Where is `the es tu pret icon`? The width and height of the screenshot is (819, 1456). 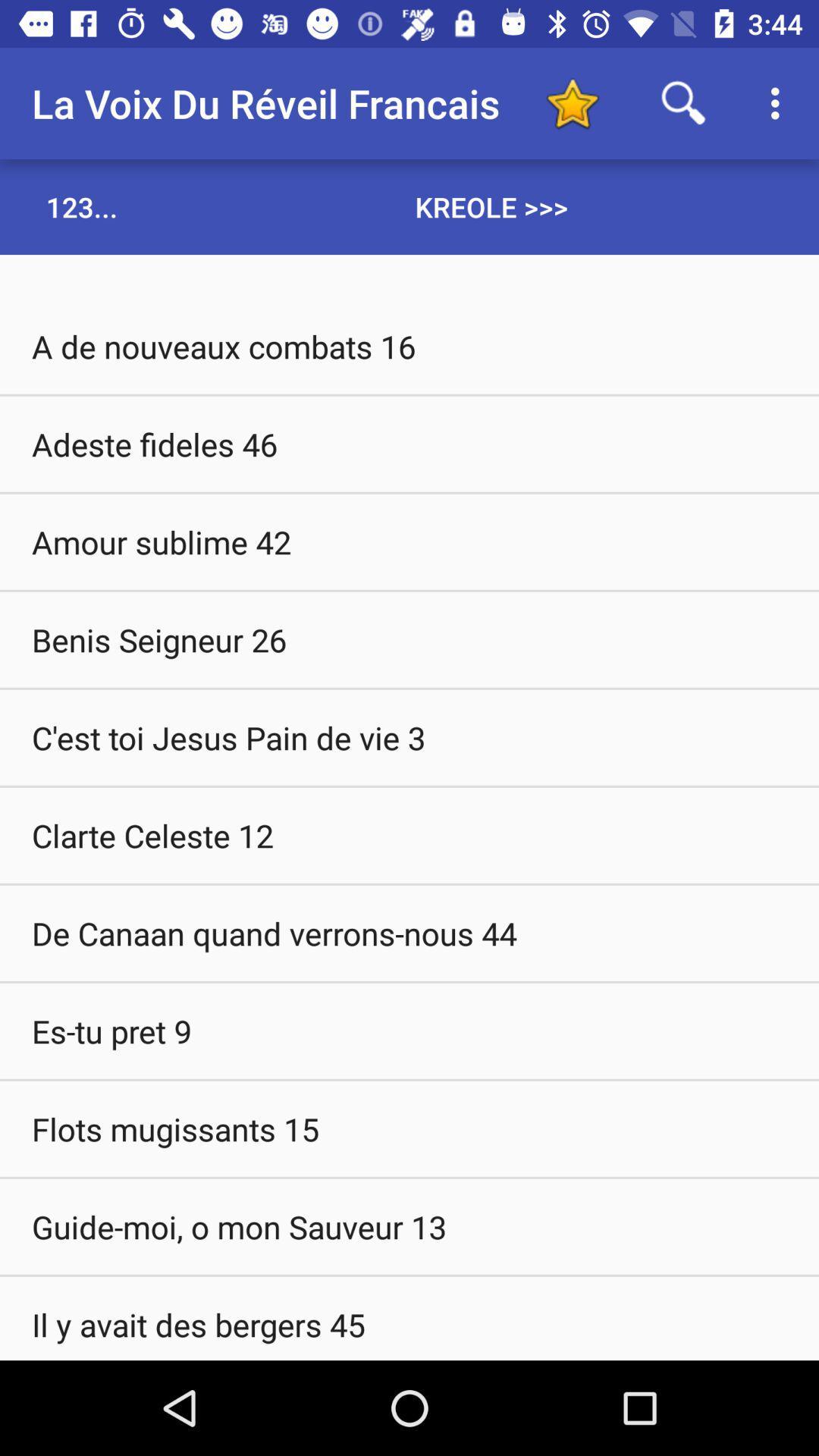
the es tu pret icon is located at coordinates (409, 1031).